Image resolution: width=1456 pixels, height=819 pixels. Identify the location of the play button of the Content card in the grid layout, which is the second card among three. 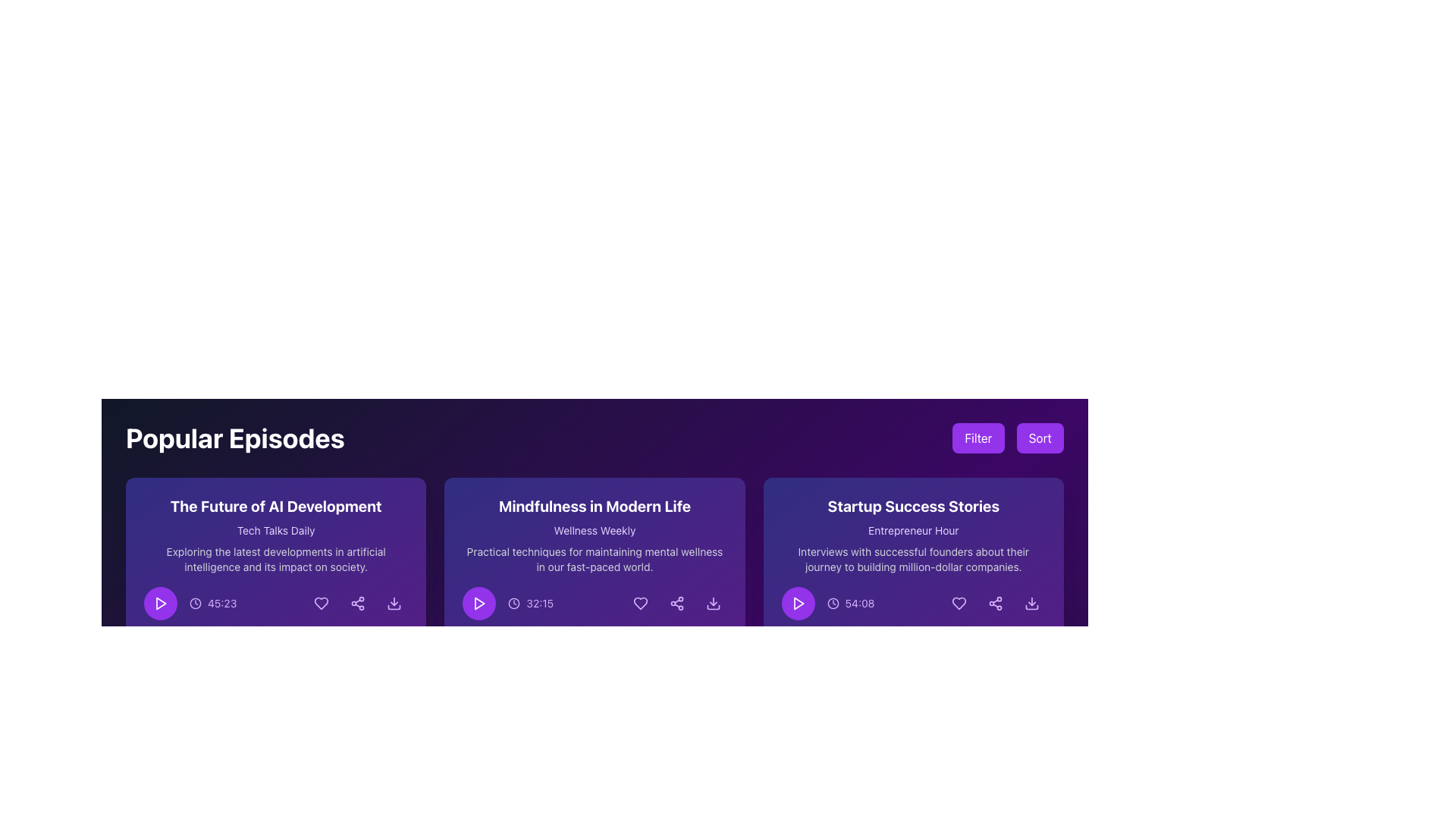
(594, 579).